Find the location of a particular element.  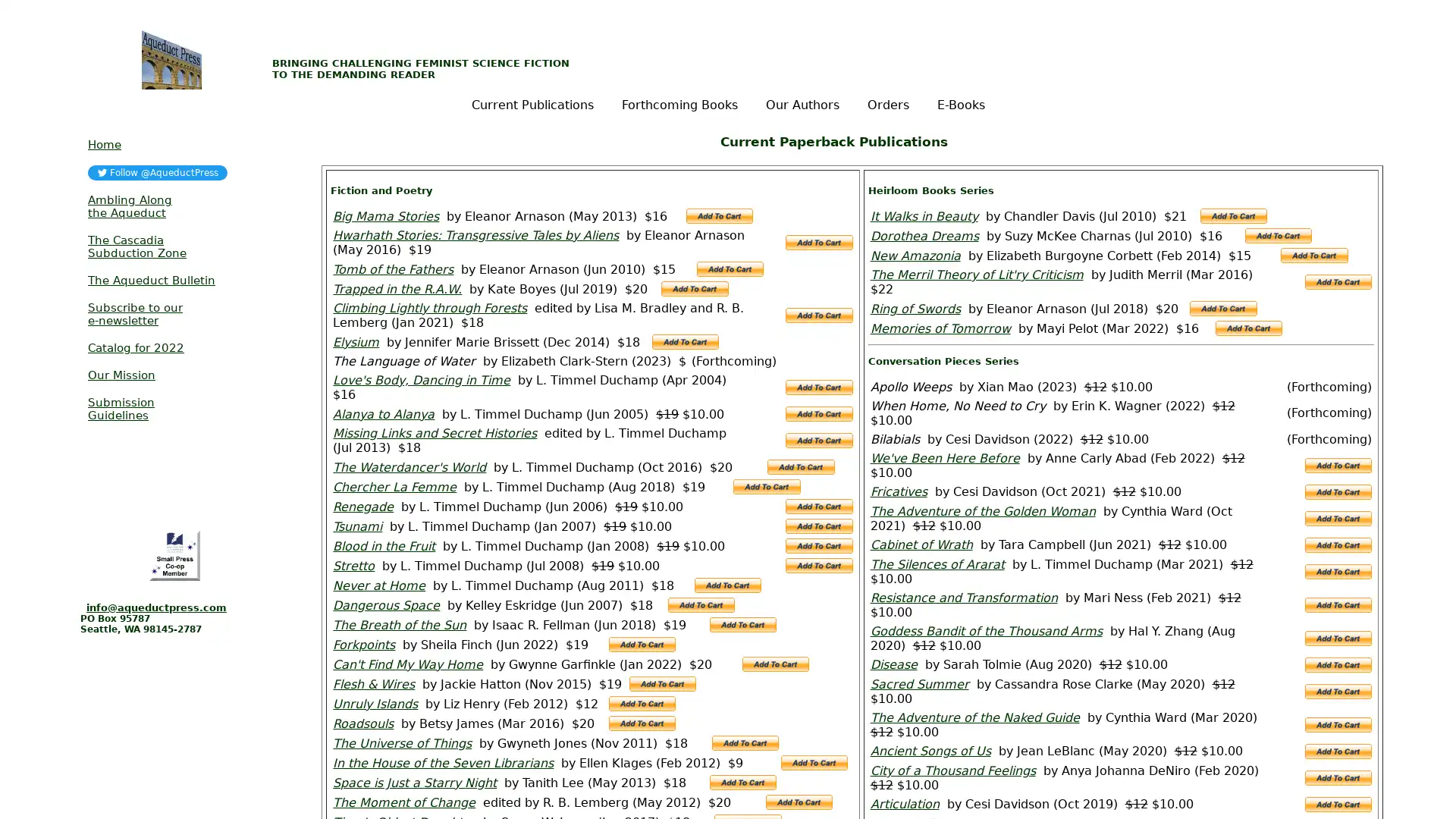

Make payments with PayPal - it\'s fast, free and secure! is located at coordinates (1338, 637).